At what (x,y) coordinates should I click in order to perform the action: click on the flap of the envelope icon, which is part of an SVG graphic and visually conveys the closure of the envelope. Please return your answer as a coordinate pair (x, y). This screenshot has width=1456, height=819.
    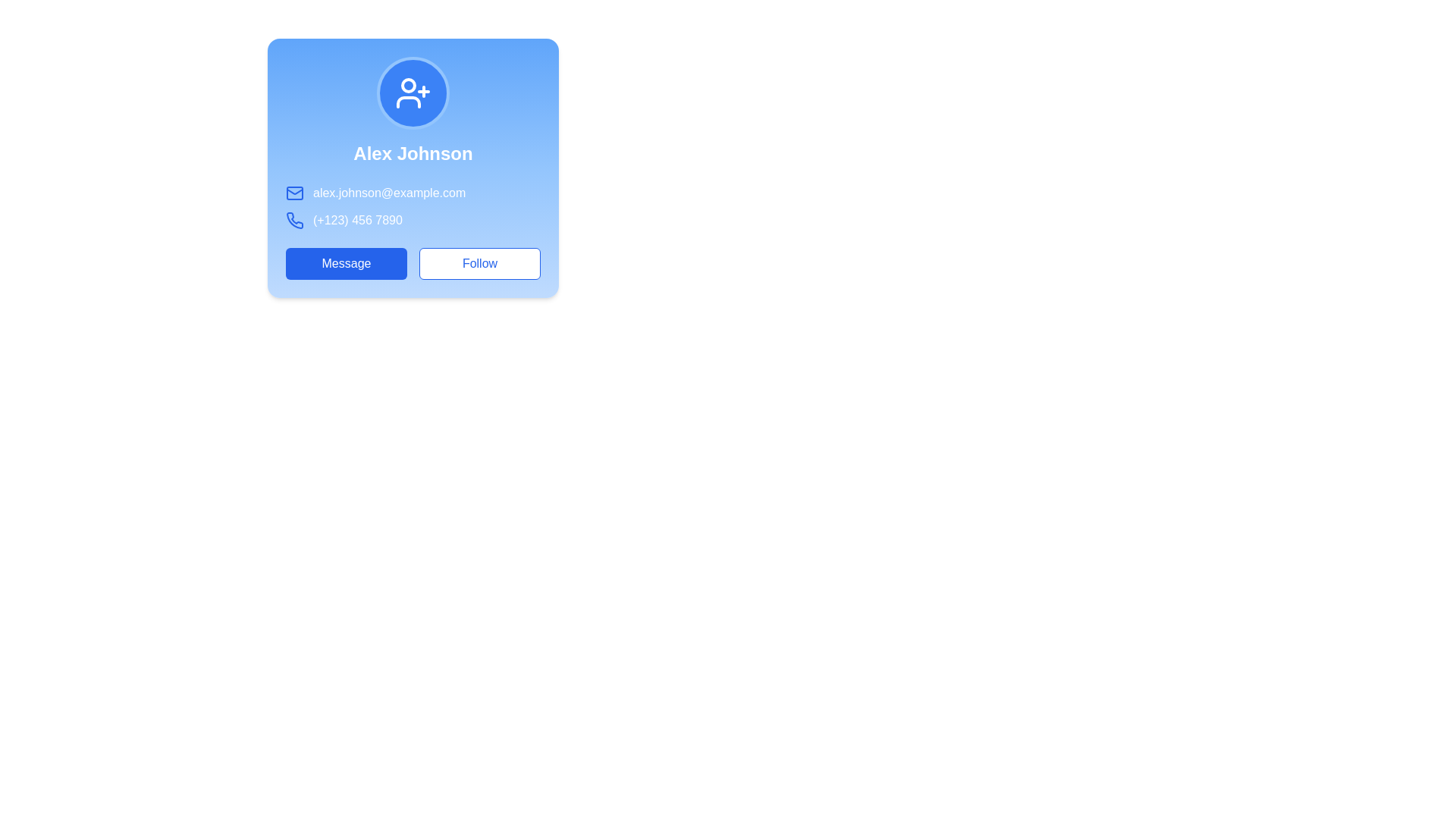
    Looking at the image, I should click on (294, 190).